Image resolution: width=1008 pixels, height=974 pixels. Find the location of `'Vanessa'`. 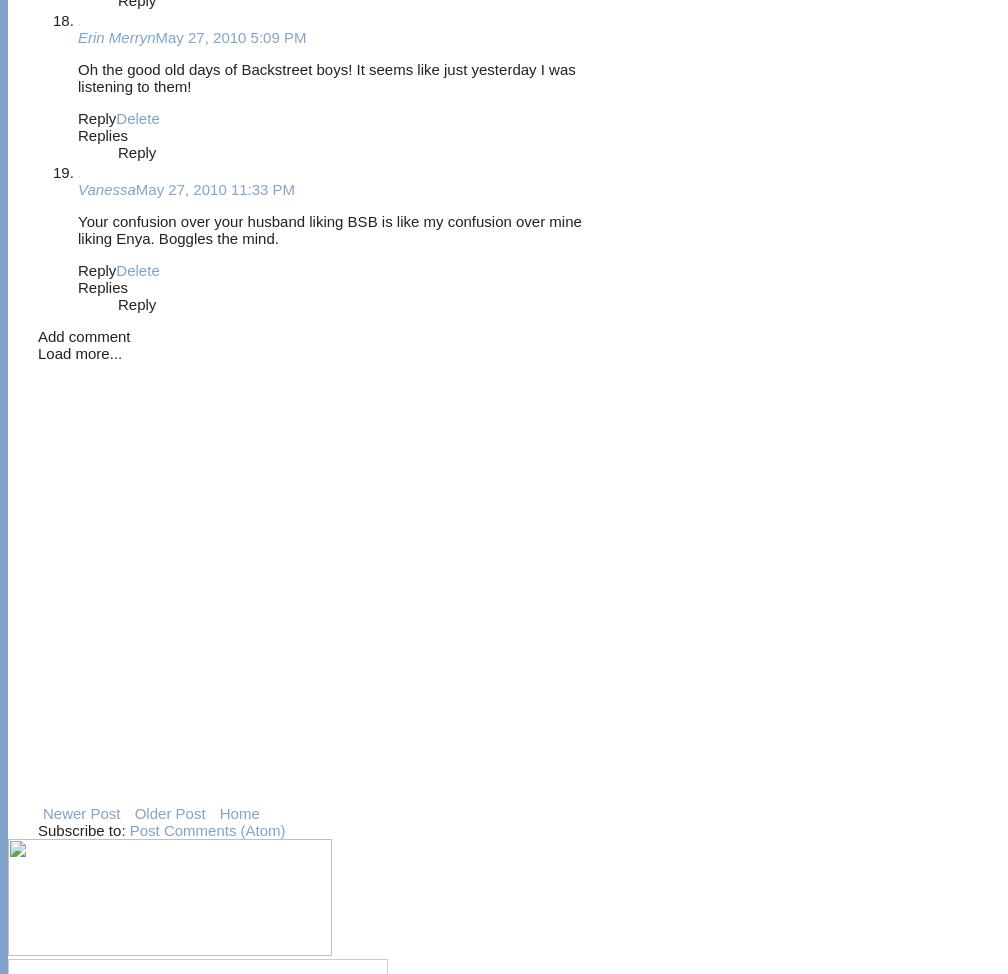

'Vanessa' is located at coordinates (106, 188).